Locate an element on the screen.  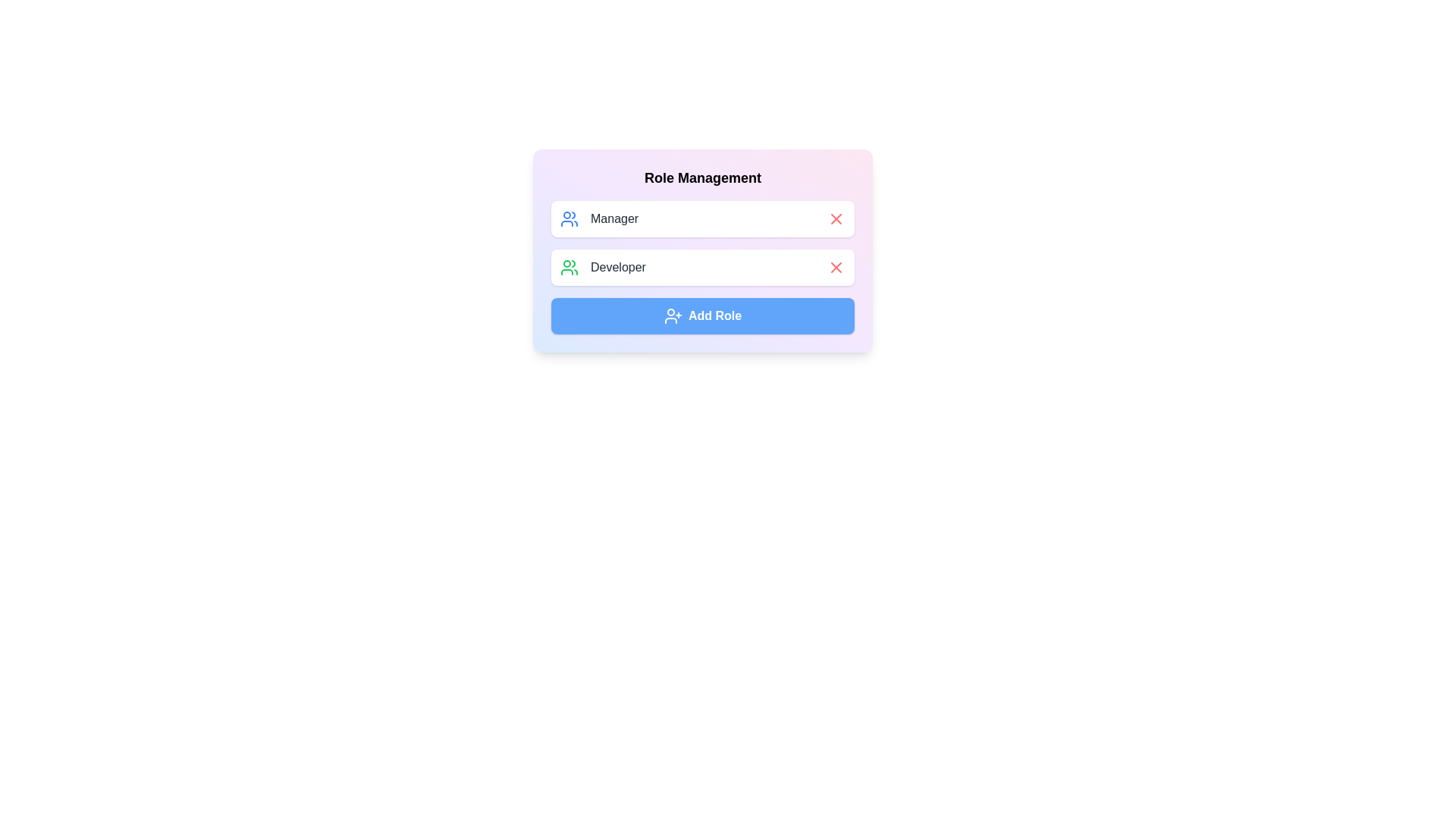
the 'X' button for Manager is located at coordinates (836, 219).